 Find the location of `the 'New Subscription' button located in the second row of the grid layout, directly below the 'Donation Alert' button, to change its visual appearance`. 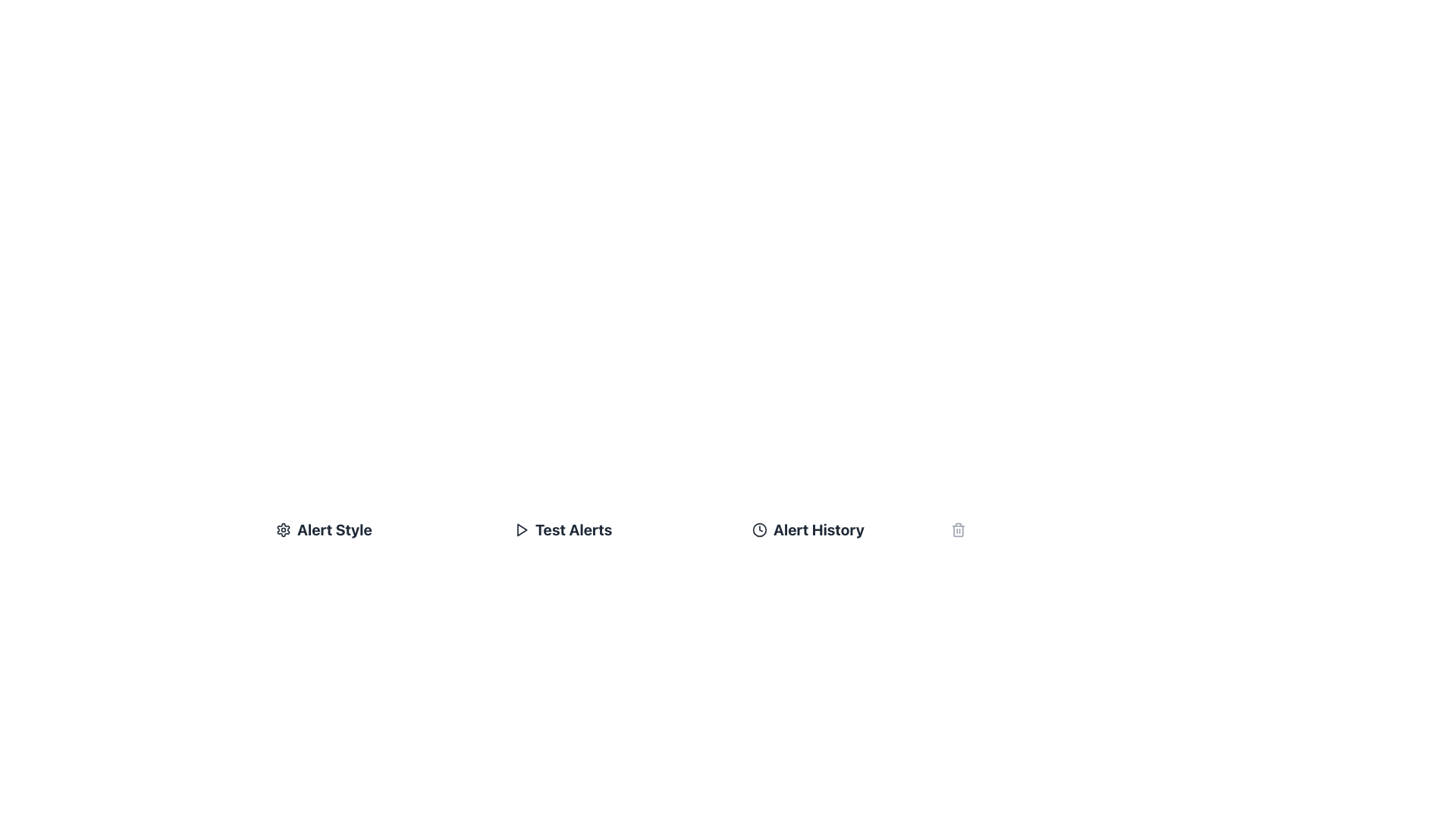

the 'New Subscription' button located in the second row of the grid layout, directly below the 'Donation Alert' button, to change its visual appearance is located at coordinates (564, 675).